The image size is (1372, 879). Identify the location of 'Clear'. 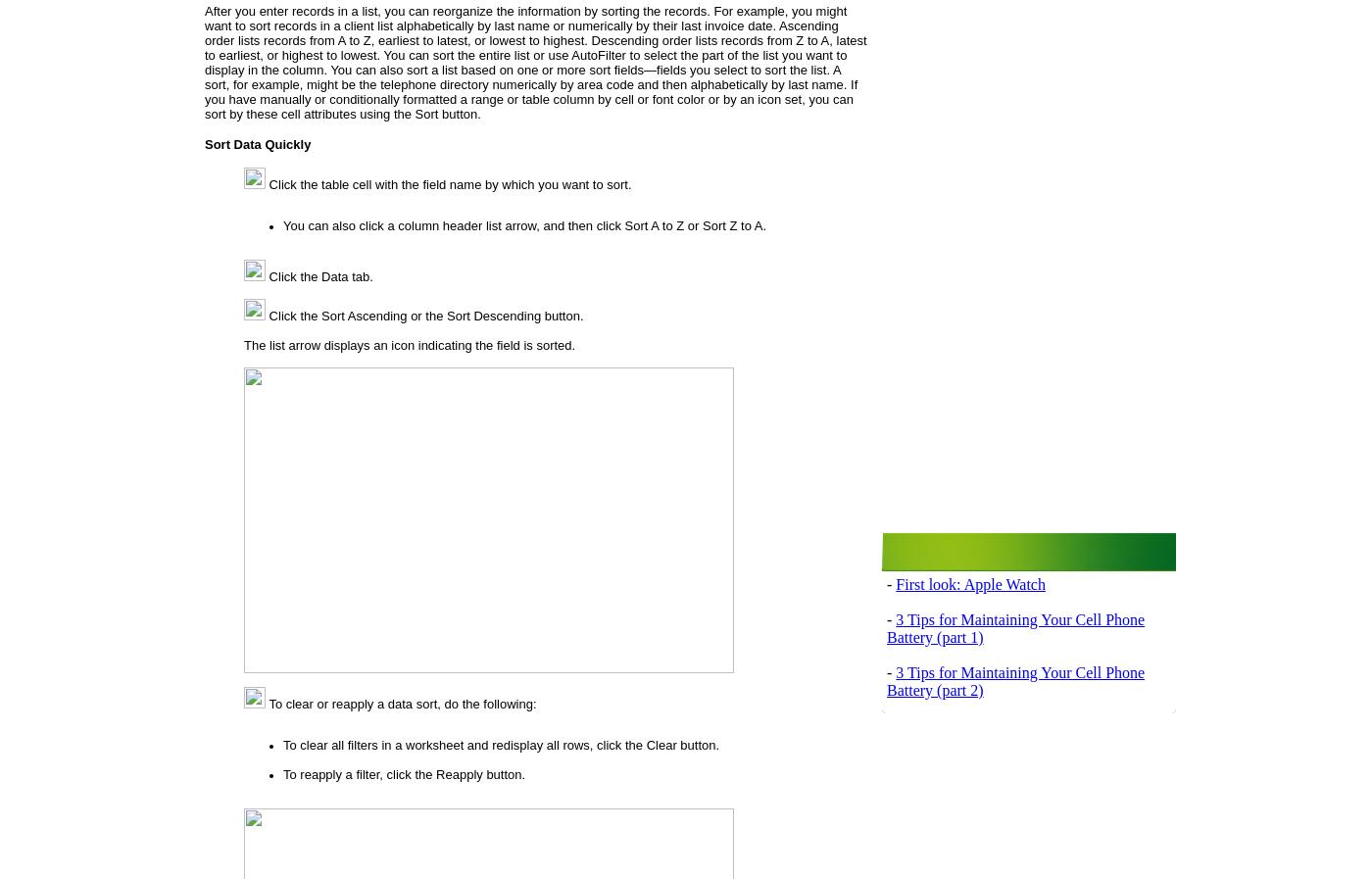
(661, 744).